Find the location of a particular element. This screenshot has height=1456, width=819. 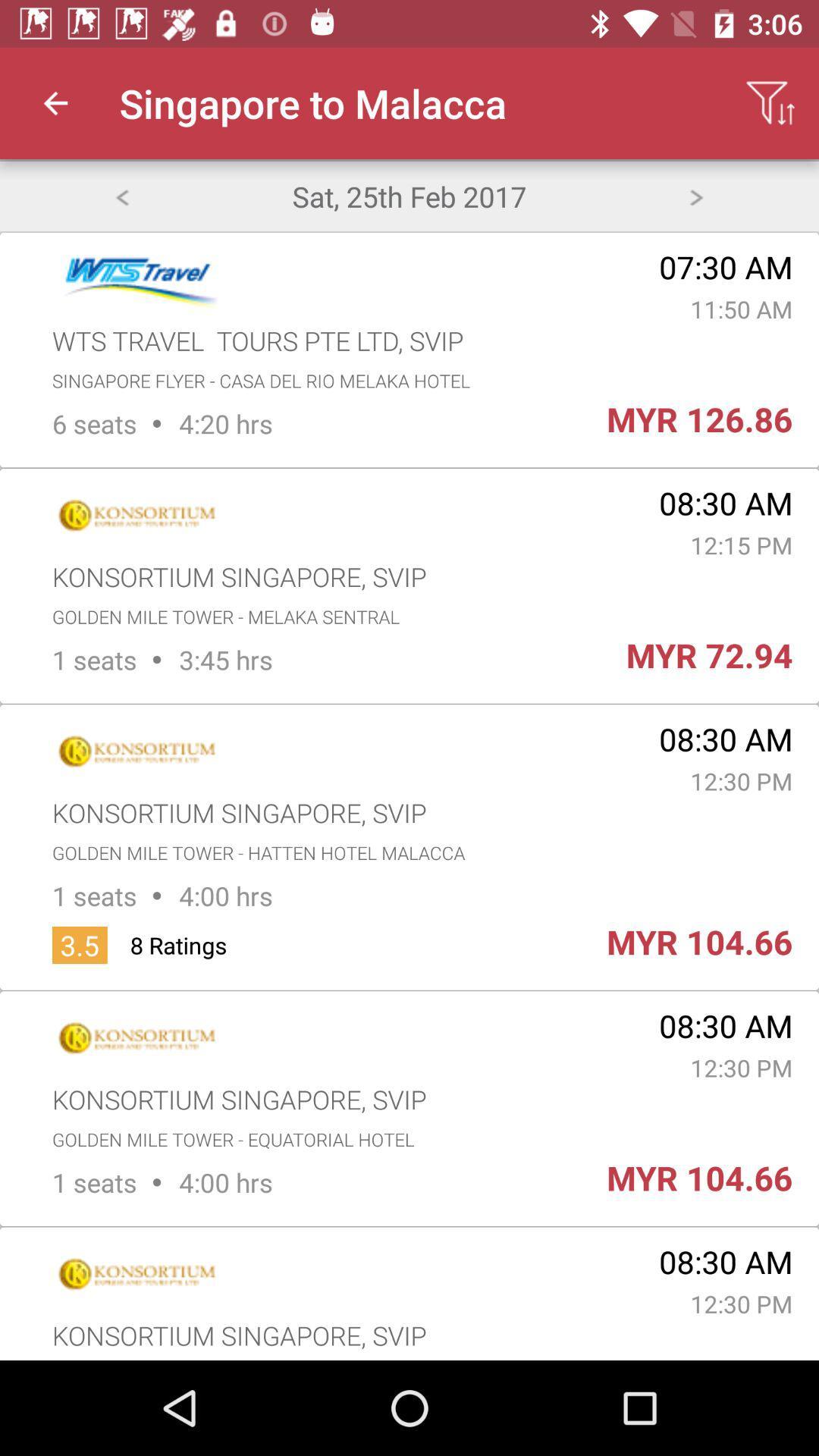

next day options is located at coordinates (696, 195).